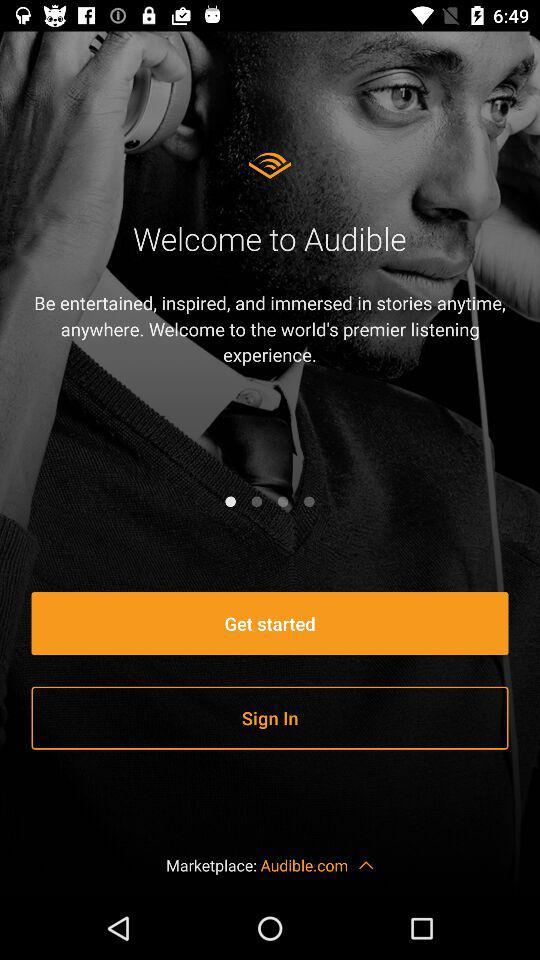  Describe the element at coordinates (256, 500) in the screenshot. I see `item below be entertained inspired item` at that location.